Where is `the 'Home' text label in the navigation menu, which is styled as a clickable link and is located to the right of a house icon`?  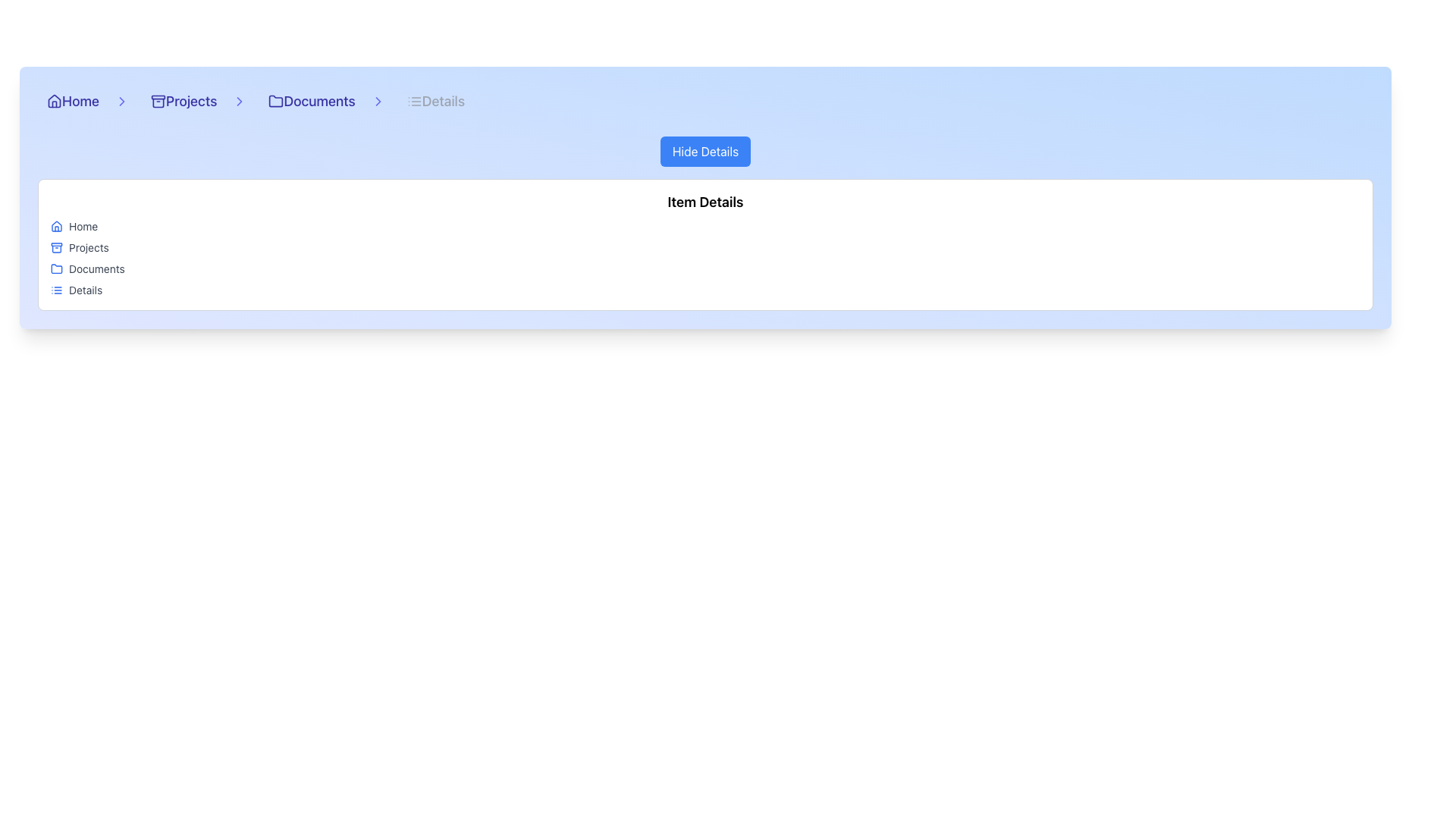
the 'Home' text label in the navigation menu, which is styled as a clickable link and is located to the right of a house icon is located at coordinates (80, 102).